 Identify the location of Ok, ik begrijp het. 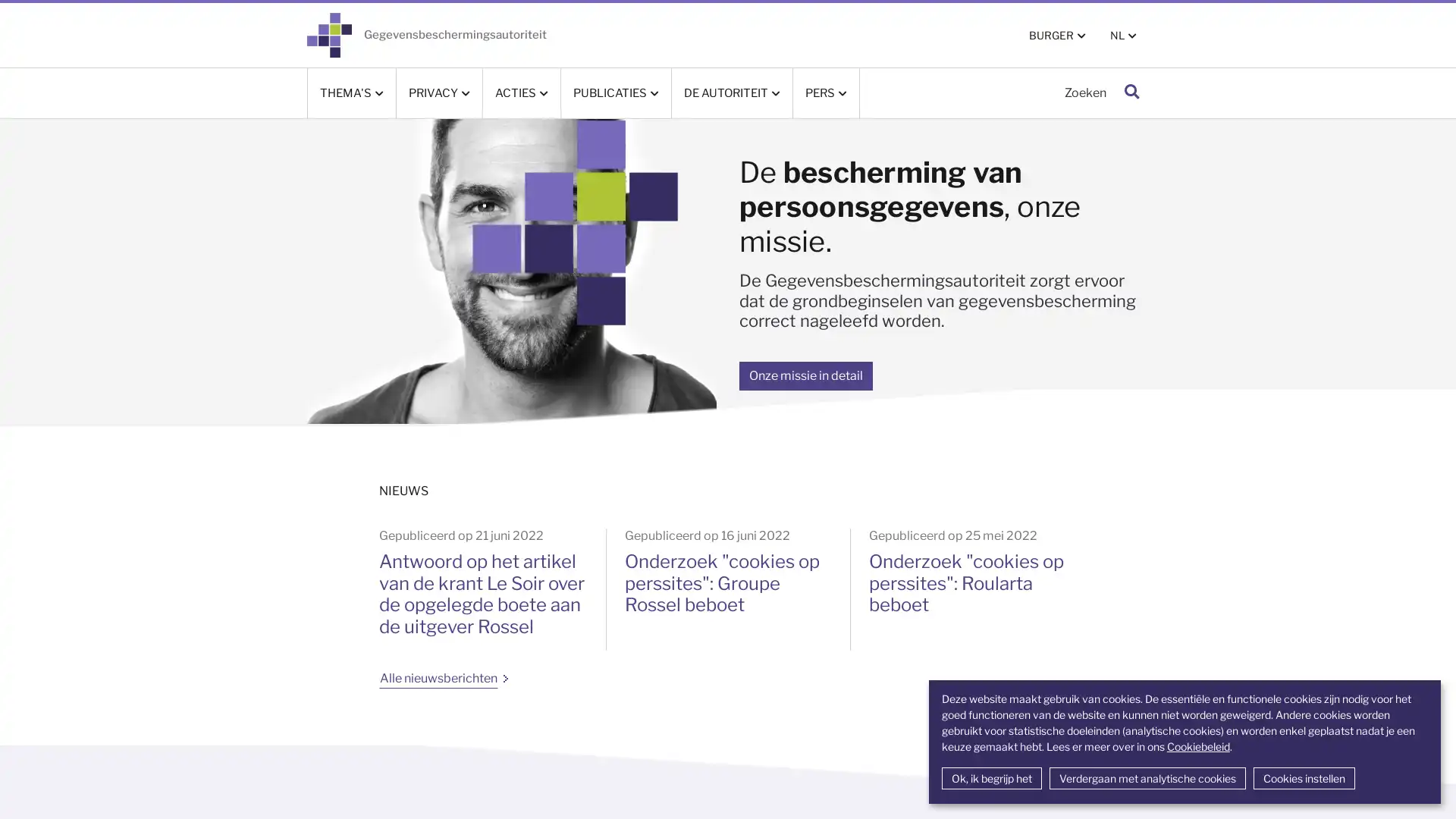
(990, 778).